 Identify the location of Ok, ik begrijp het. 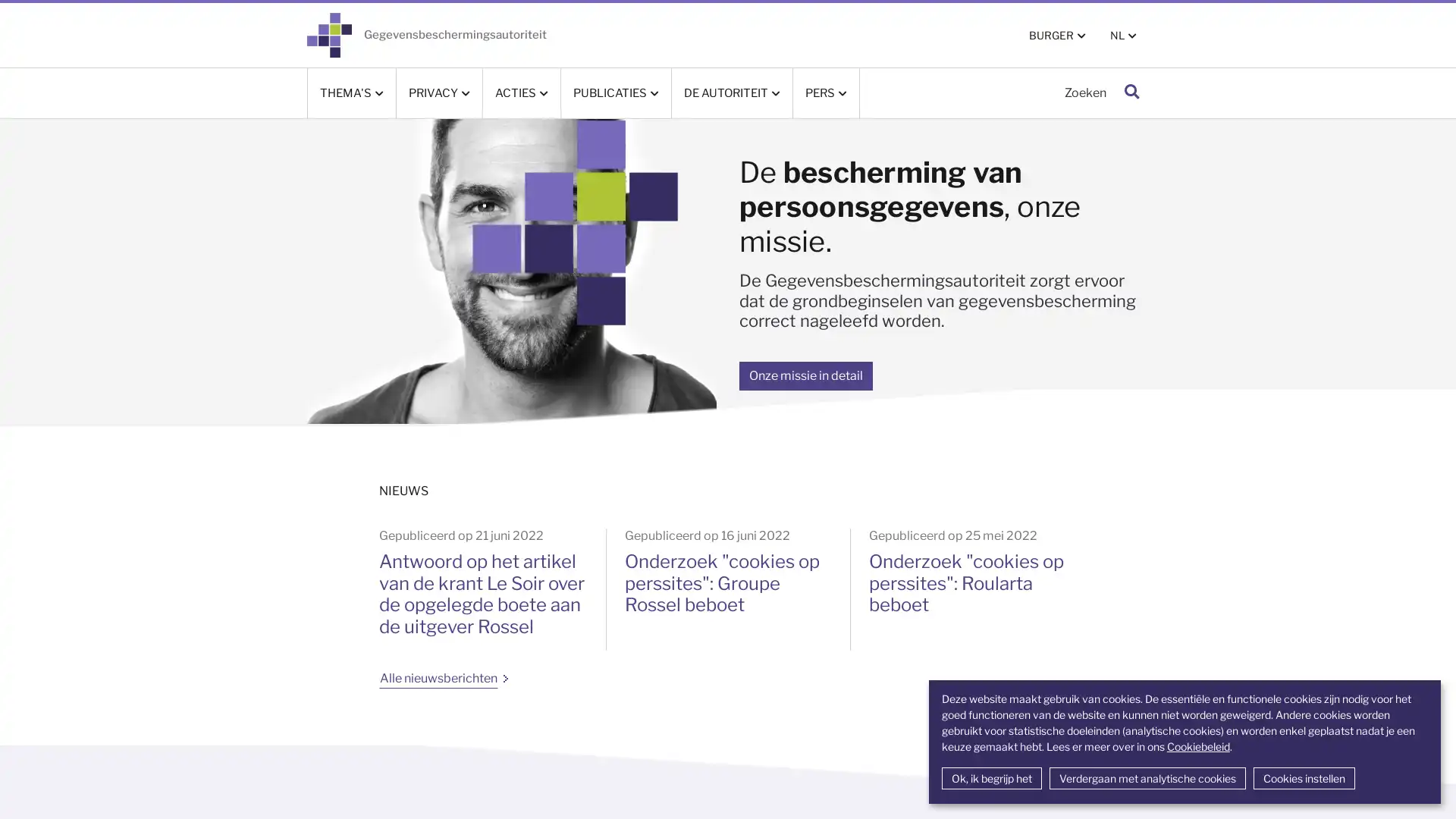
(990, 778).